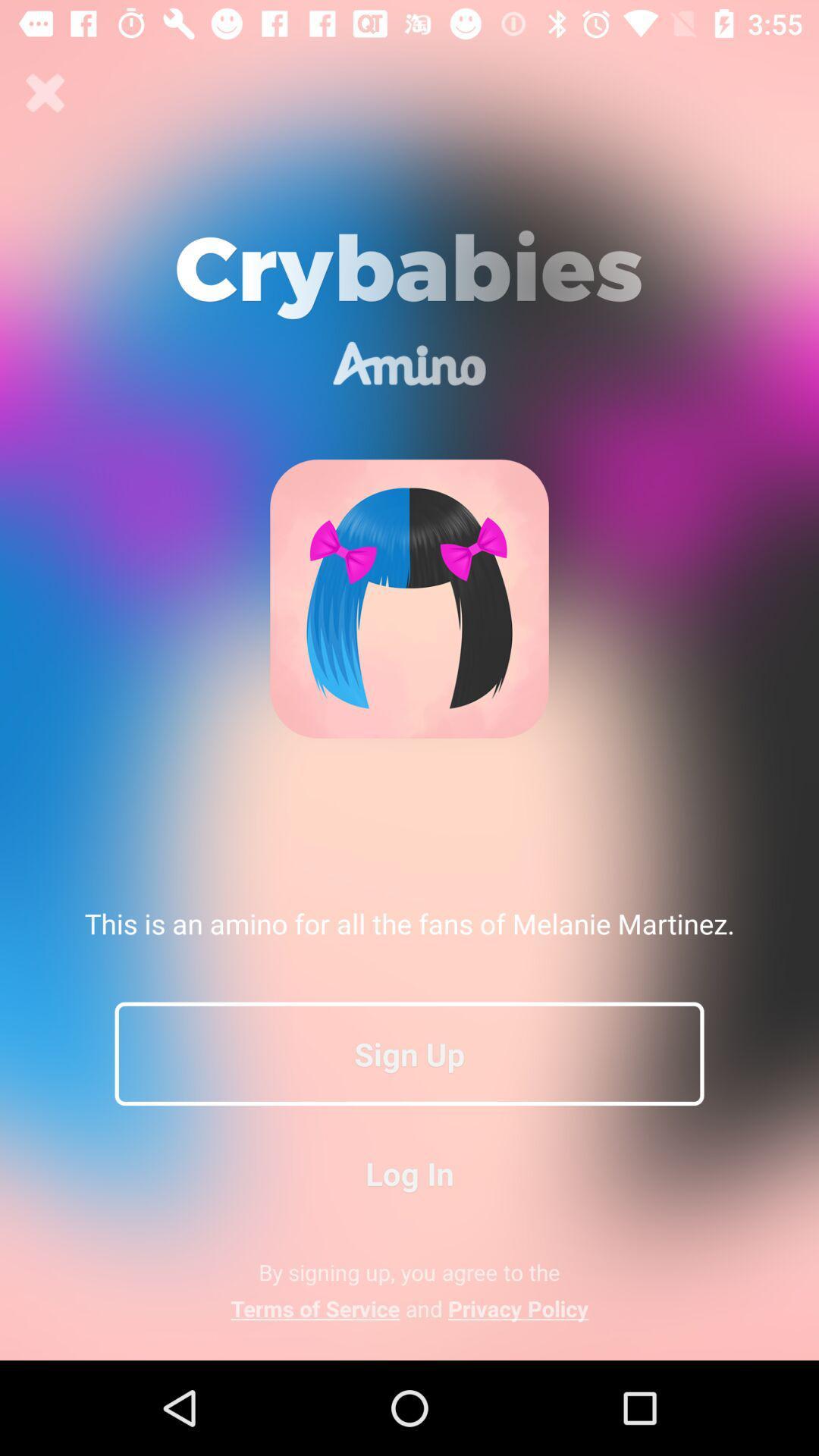 The width and height of the screenshot is (819, 1456). What do you see at coordinates (409, 1307) in the screenshot?
I see `terms of service app` at bounding box center [409, 1307].